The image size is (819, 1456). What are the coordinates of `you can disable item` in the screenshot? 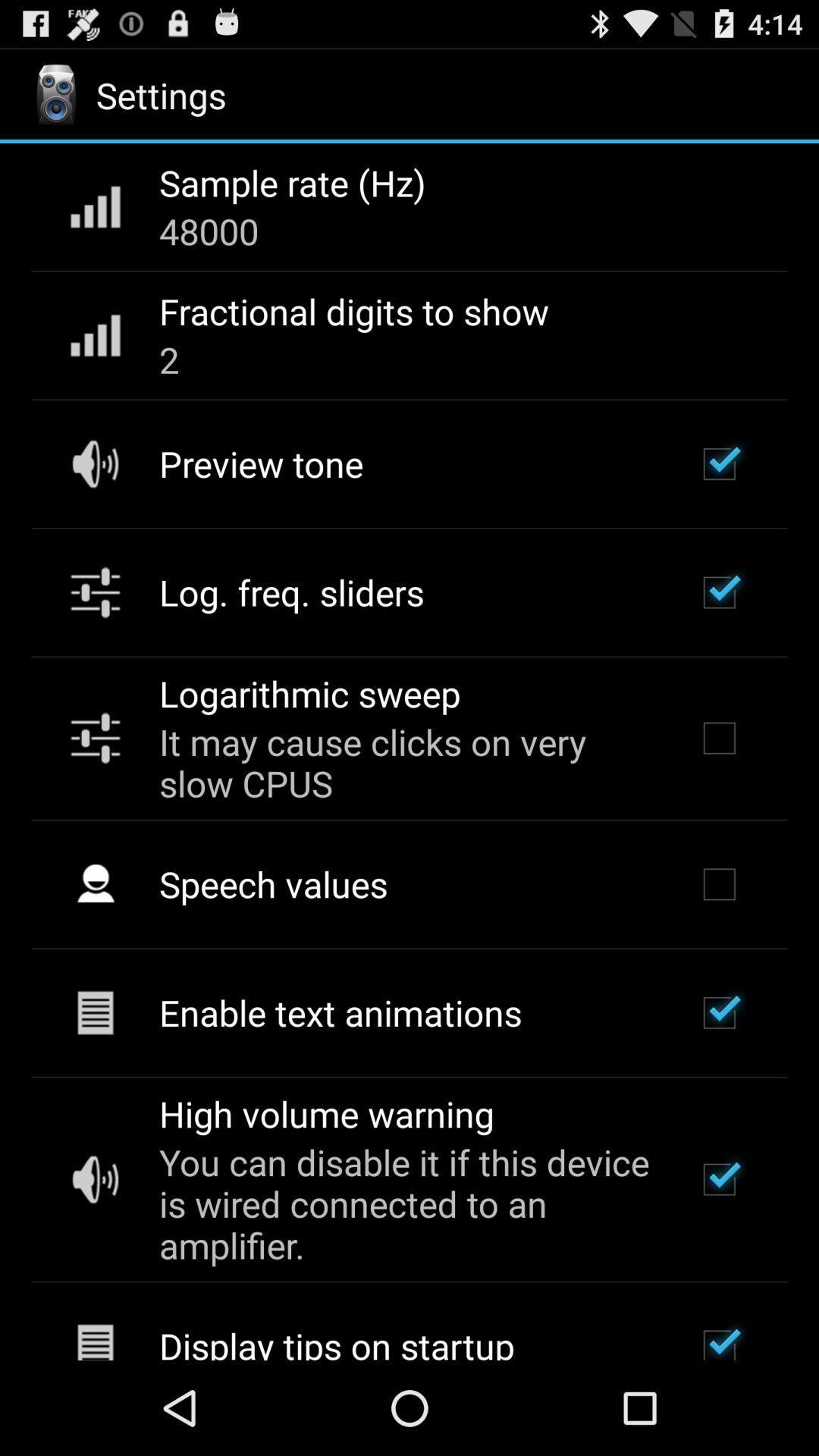 It's located at (406, 1203).